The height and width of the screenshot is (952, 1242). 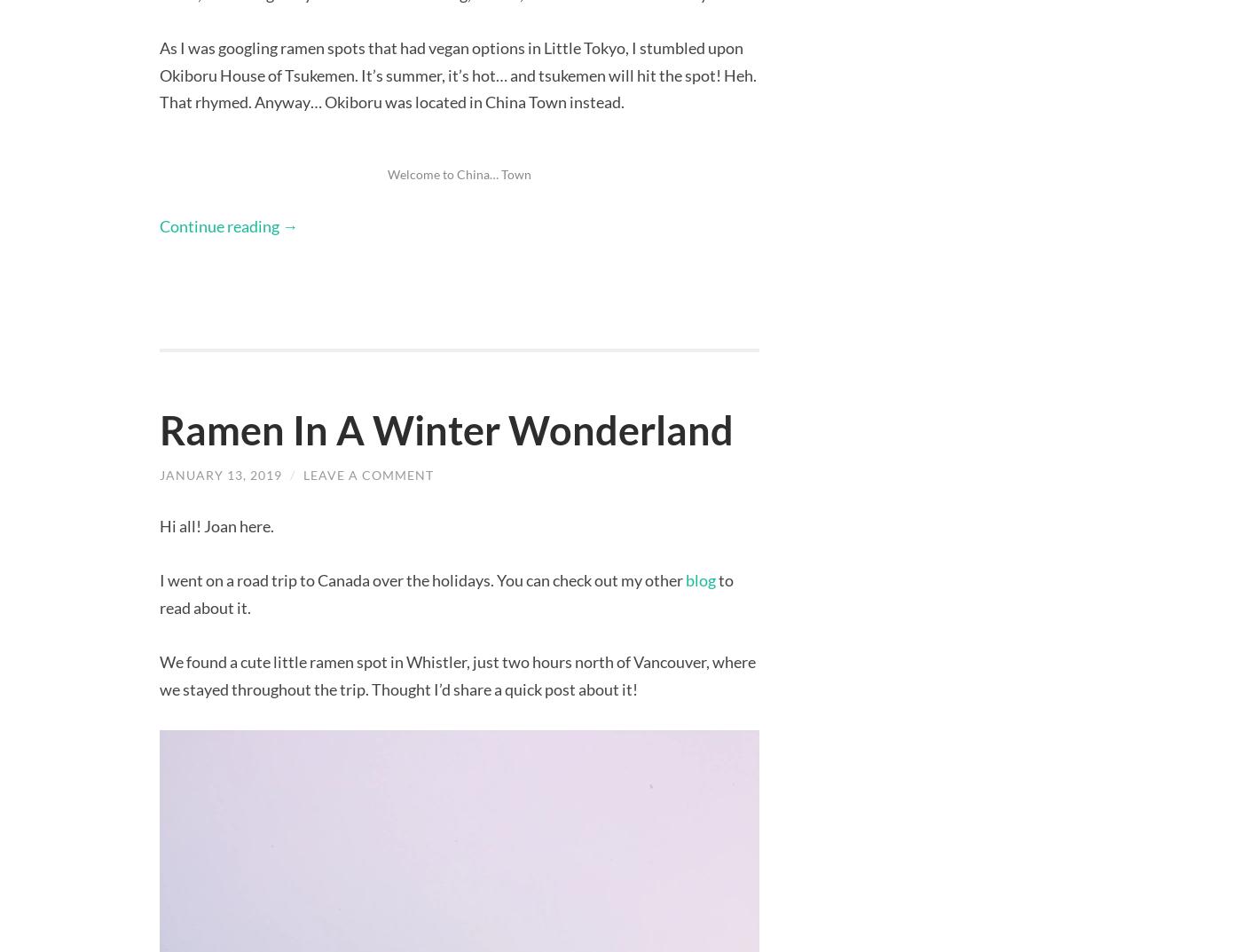 I want to click on '/', so click(x=294, y=473).